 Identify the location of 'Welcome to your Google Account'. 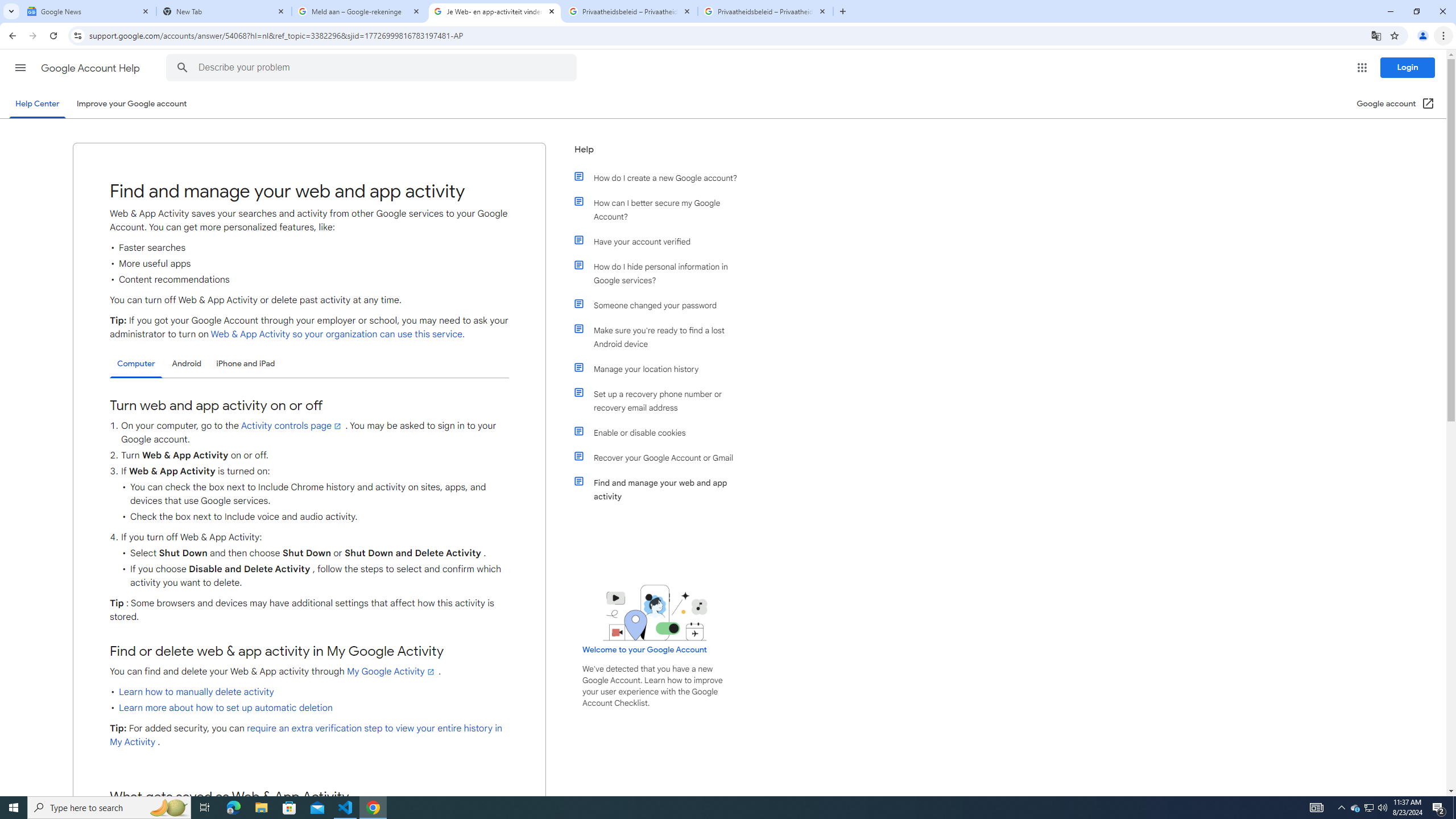
(644, 649).